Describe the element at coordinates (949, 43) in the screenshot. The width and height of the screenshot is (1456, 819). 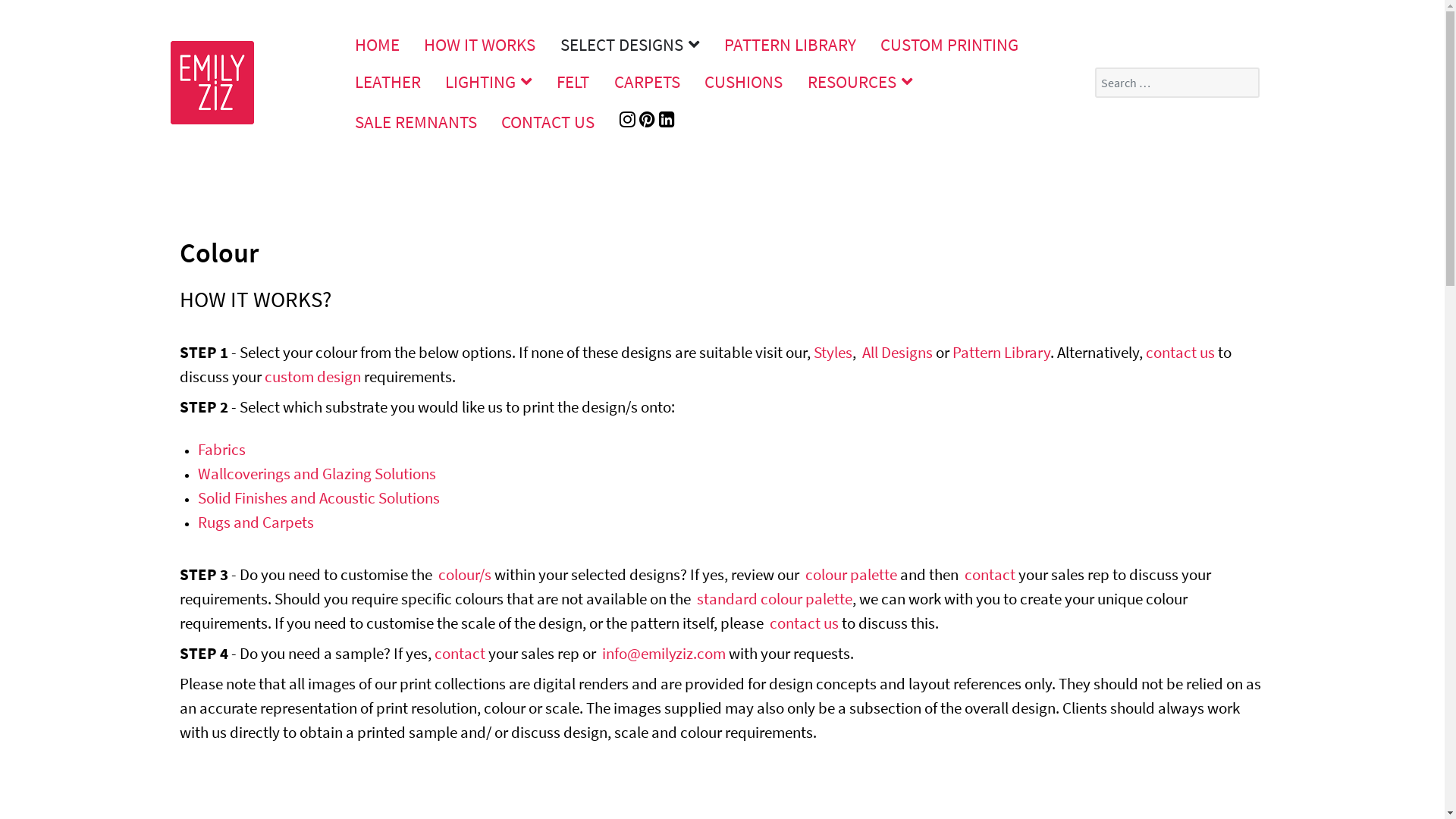
I see `'CUSTOM PRINTING'` at that location.